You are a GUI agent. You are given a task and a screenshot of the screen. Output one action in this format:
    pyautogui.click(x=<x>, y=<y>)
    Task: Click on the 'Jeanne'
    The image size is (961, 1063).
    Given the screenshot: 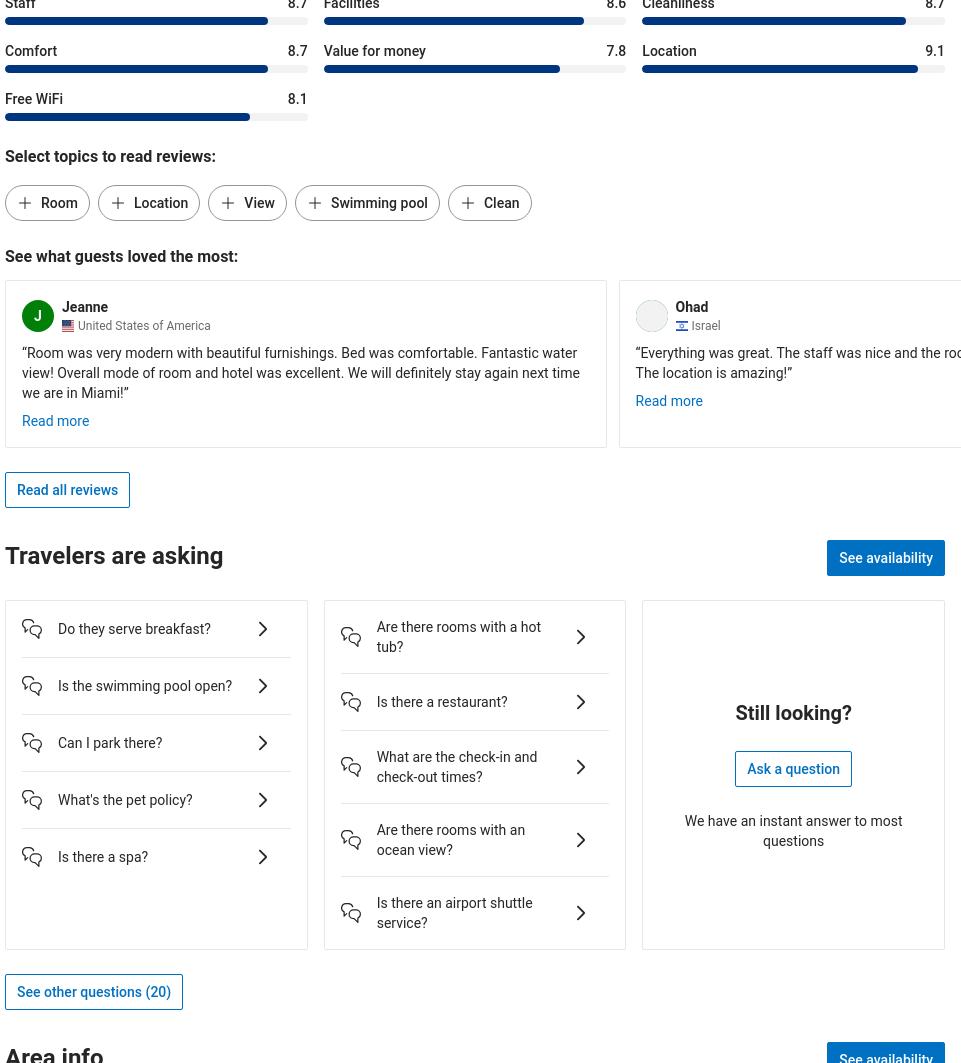 What is the action you would take?
    pyautogui.click(x=61, y=306)
    